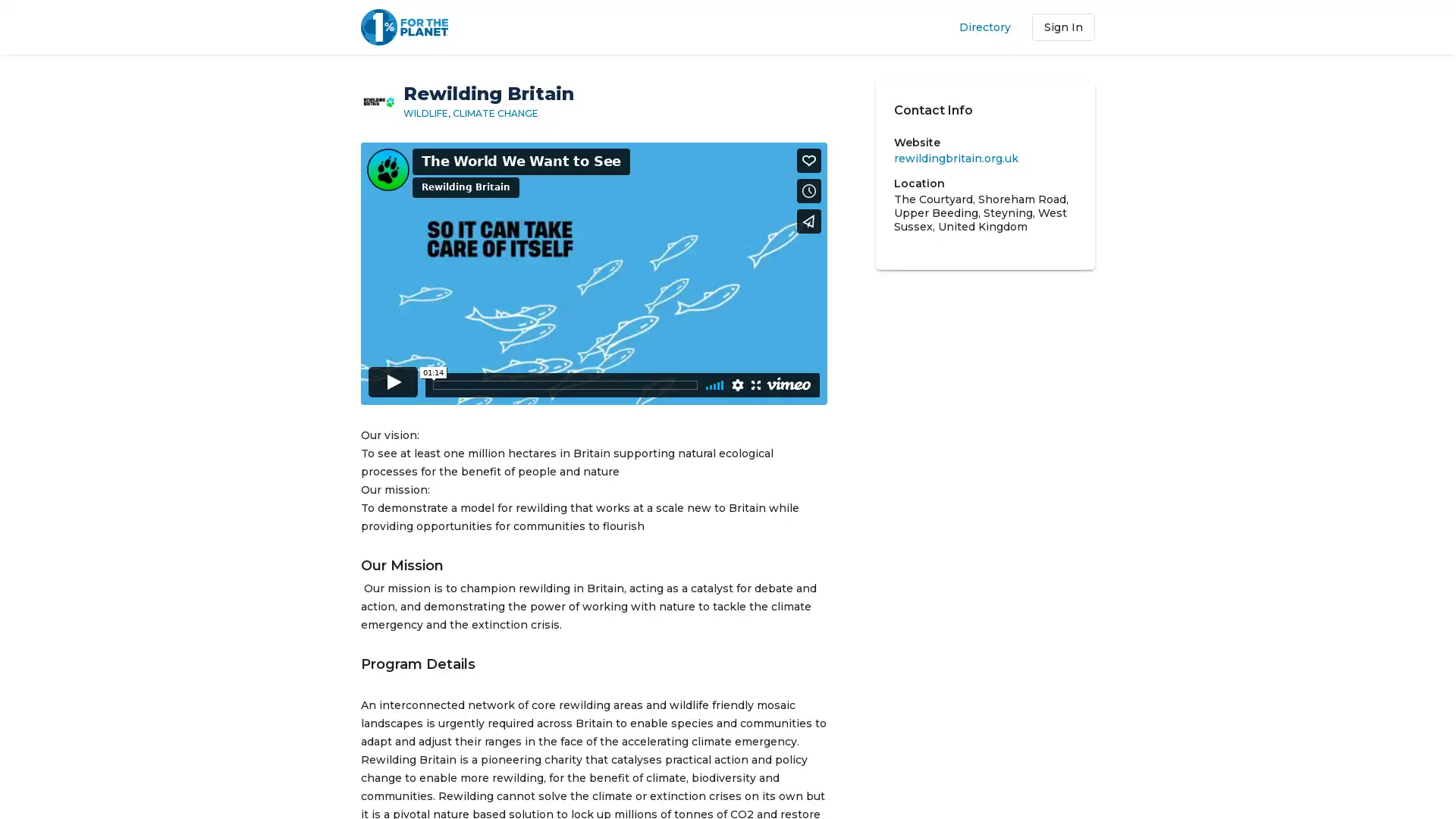  What do you see at coordinates (1062, 27) in the screenshot?
I see `Sign In` at bounding box center [1062, 27].